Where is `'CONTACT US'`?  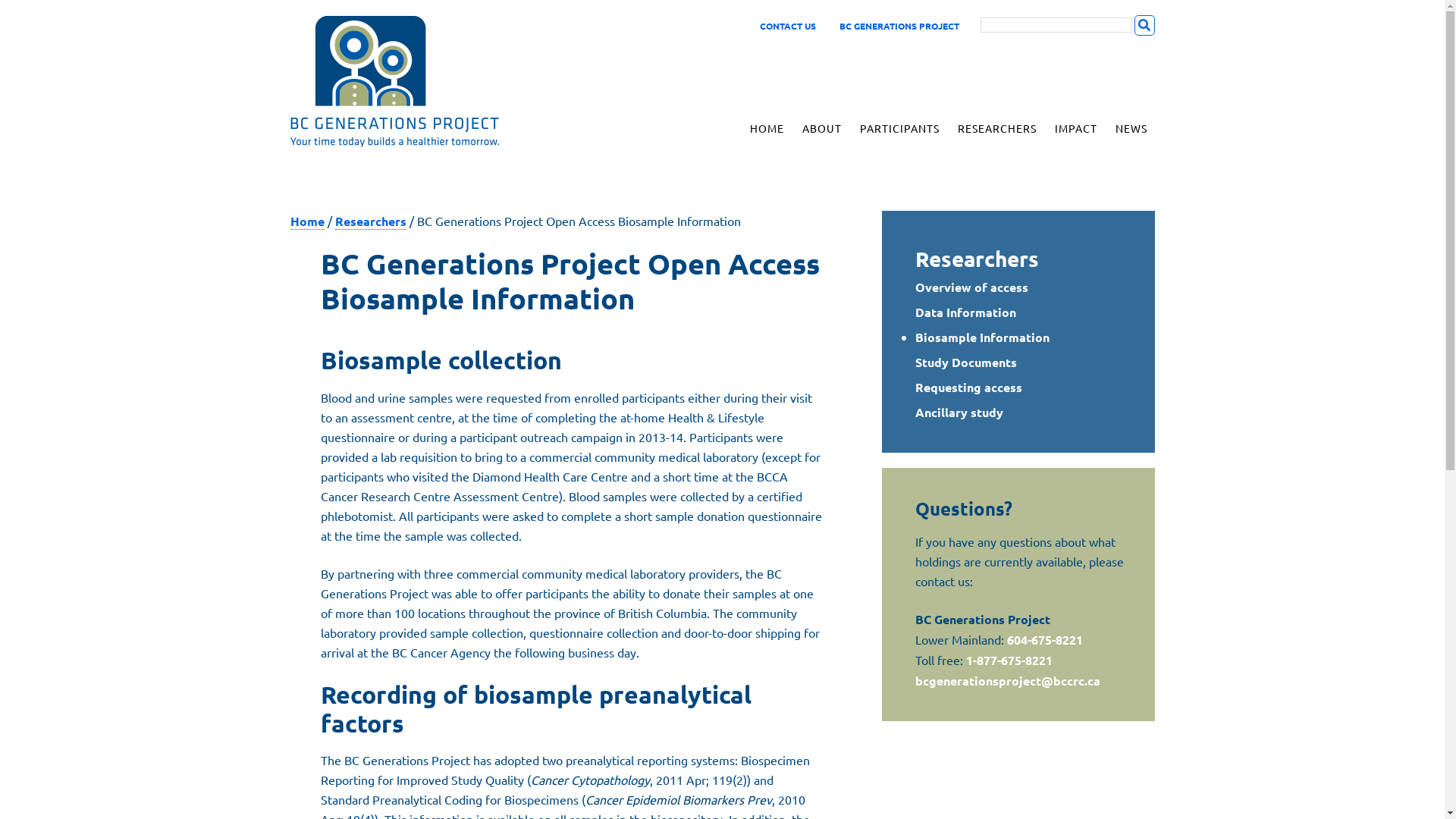 'CONTACT US' is located at coordinates (787, 26).